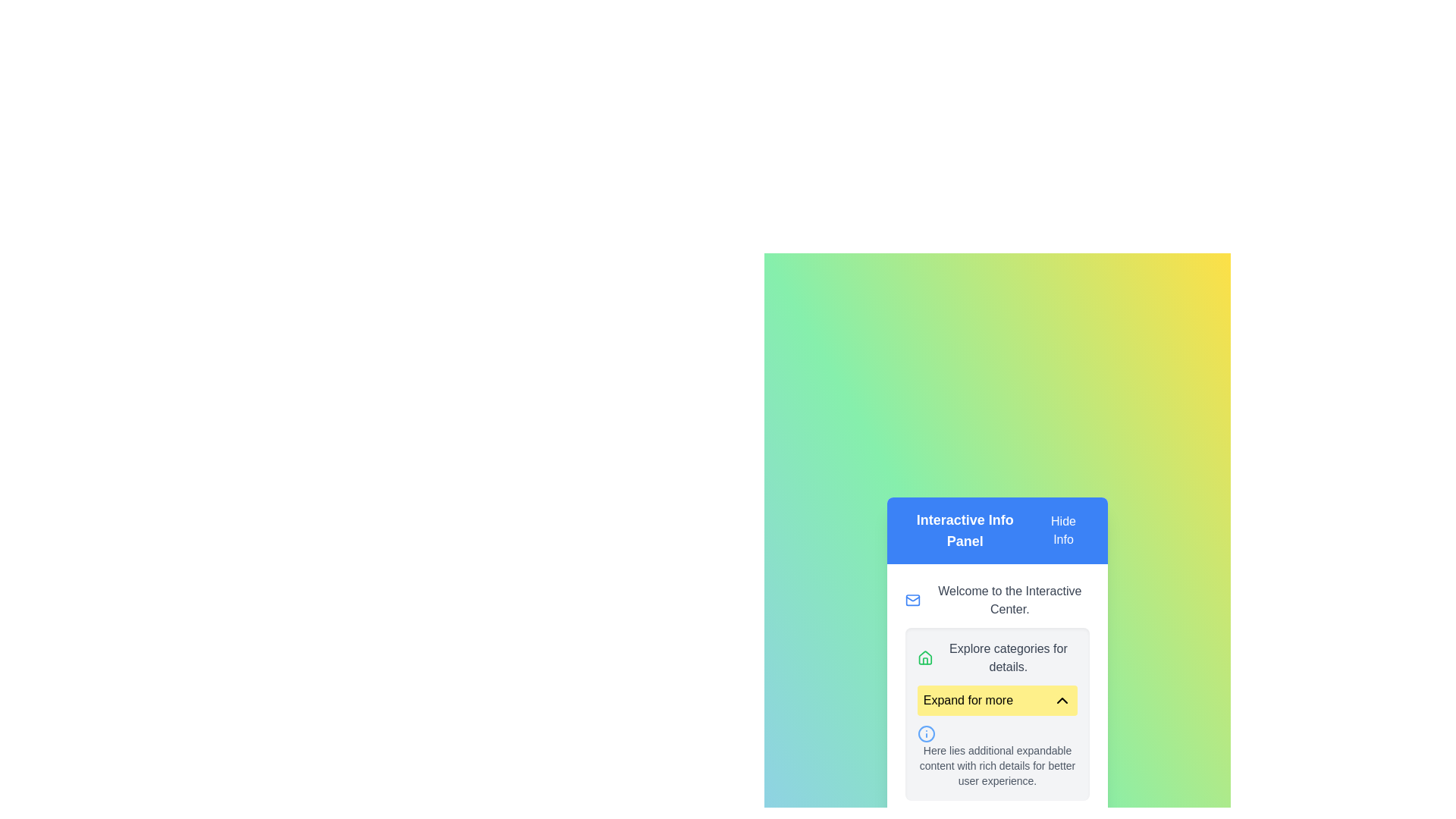 This screenshot has height=819, width=1456. Describe the element at coordinates (925, 733) in the screenshot. I see `the informational icon located at the bottom section of the expanded card` at that location.